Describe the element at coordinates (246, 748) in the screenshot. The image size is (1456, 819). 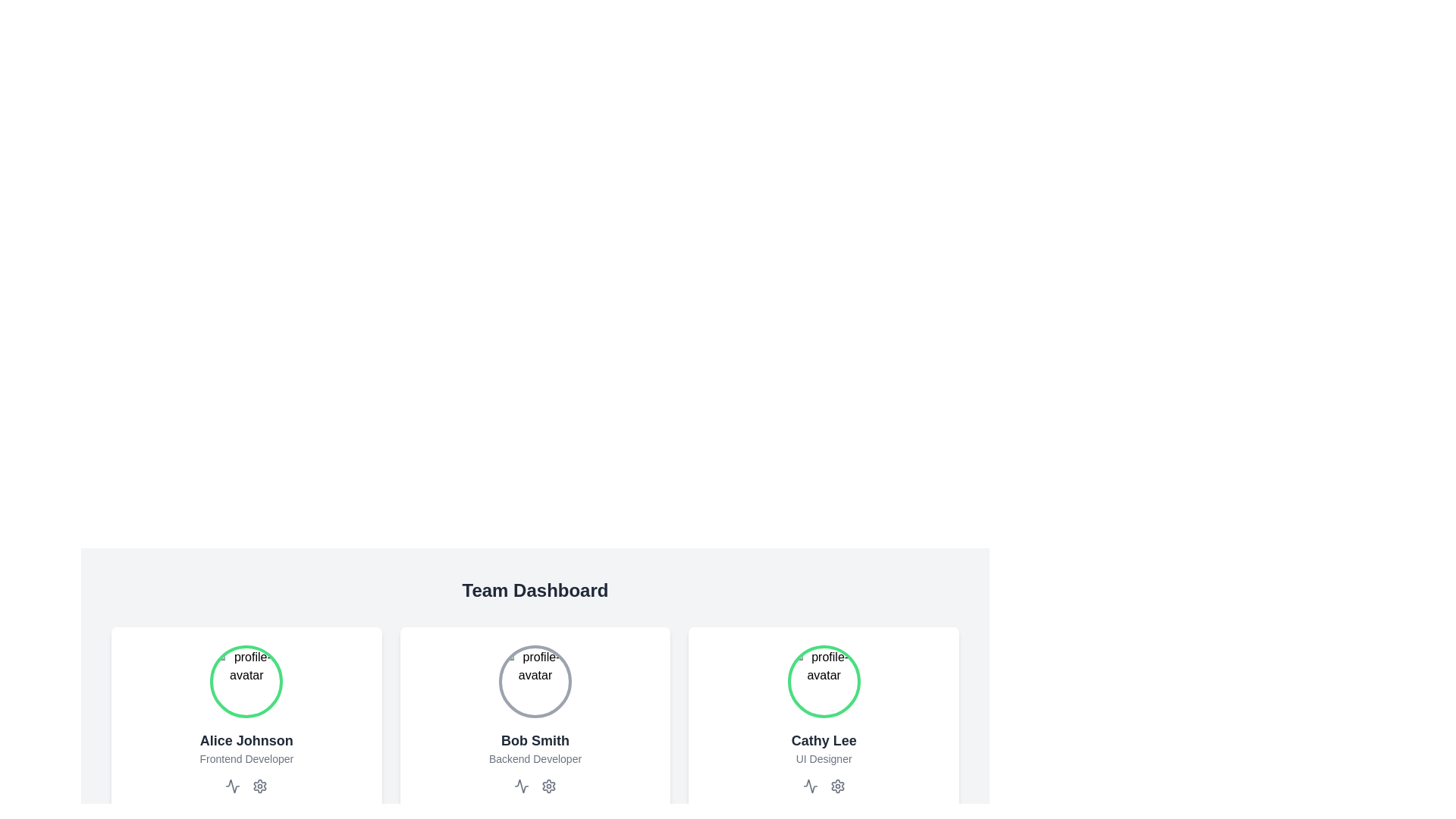
I see `the Text Label displaying 'Alice Johnson' and 'Frontend Developer' located in the leftmost card of a group of three cards, positioned below the circular avatar` at that location.